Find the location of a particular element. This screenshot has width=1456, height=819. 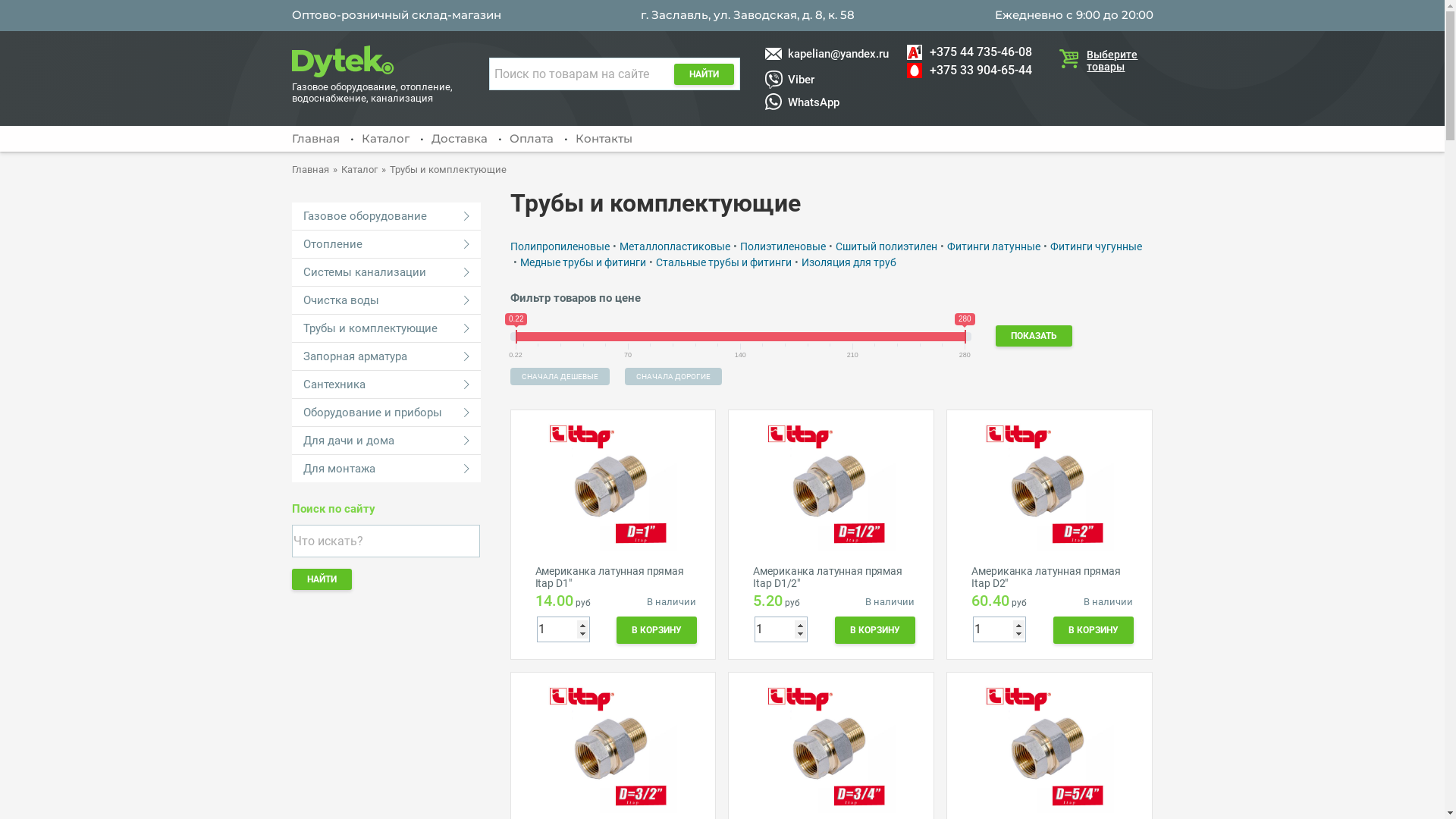

'Viber' is located at coordinates (826, 79).